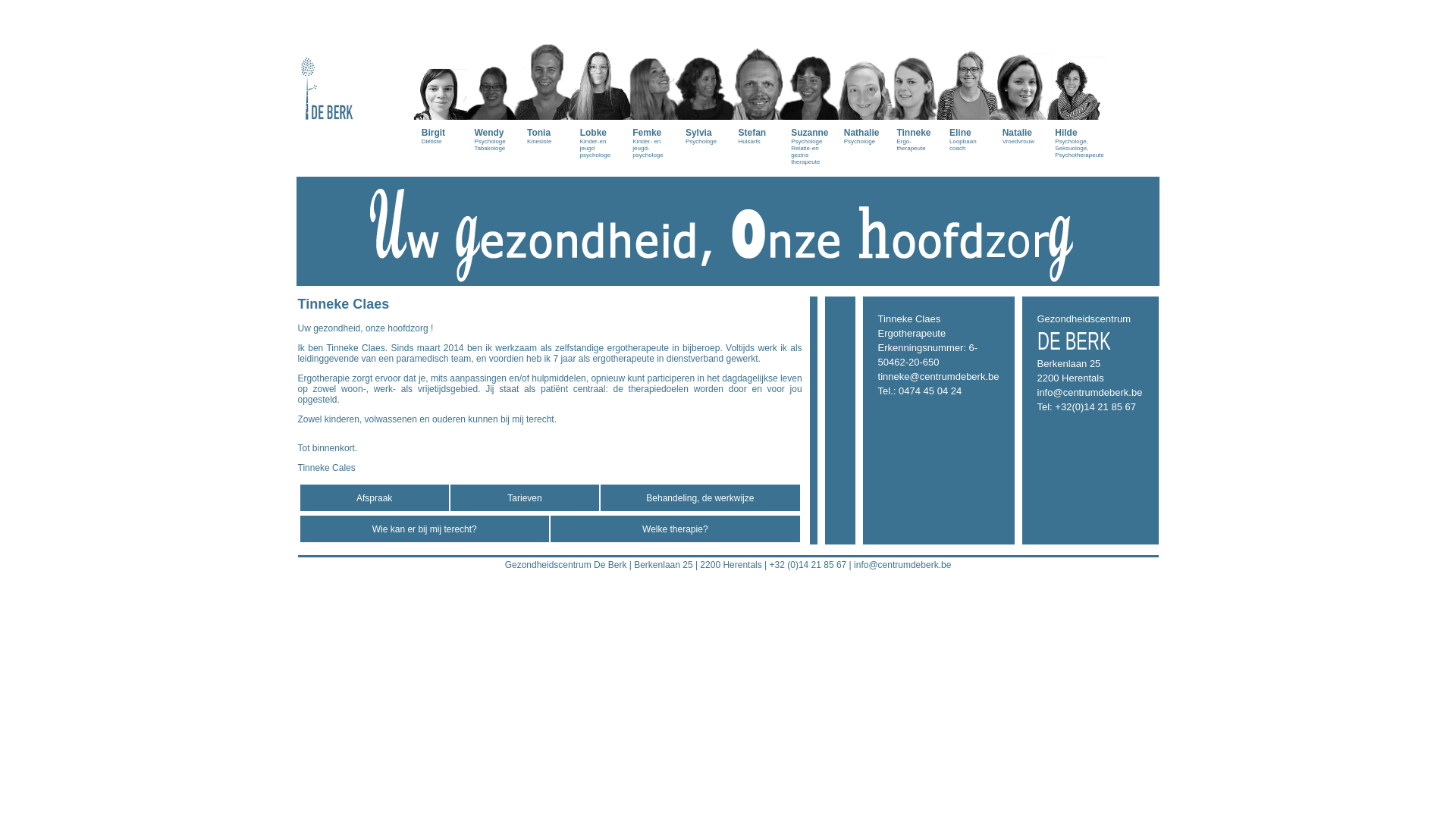 The height and width of the screenshot is (819, 1456). I want to click on 'Afspraak', so click(374, 497).